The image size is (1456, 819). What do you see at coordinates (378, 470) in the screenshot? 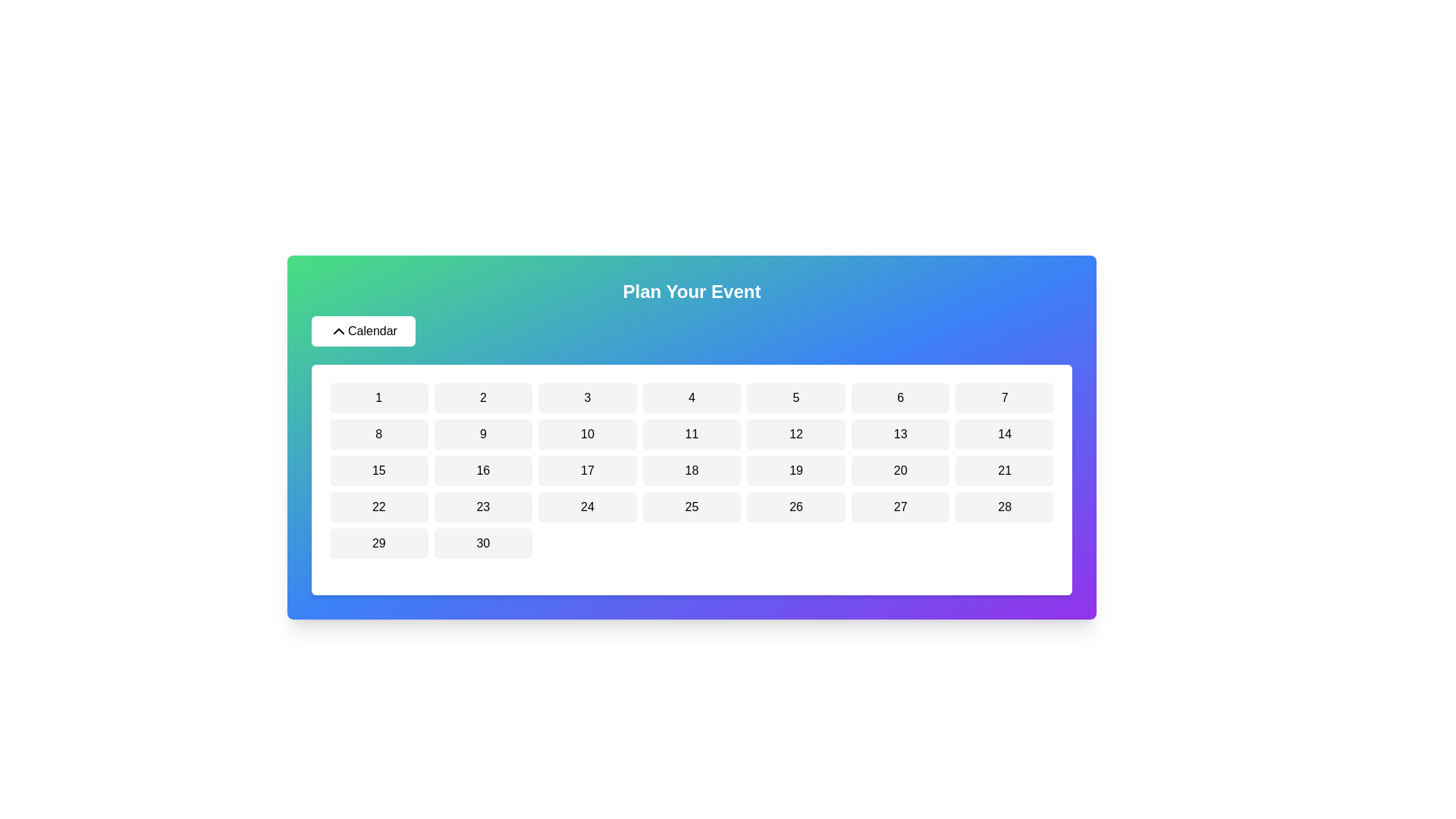
I see `the button that allows users to select the date '15' for scheduling purposes, positioned as the first item of the third row in a 7-column grid layout` at bounding box center [378, 470].